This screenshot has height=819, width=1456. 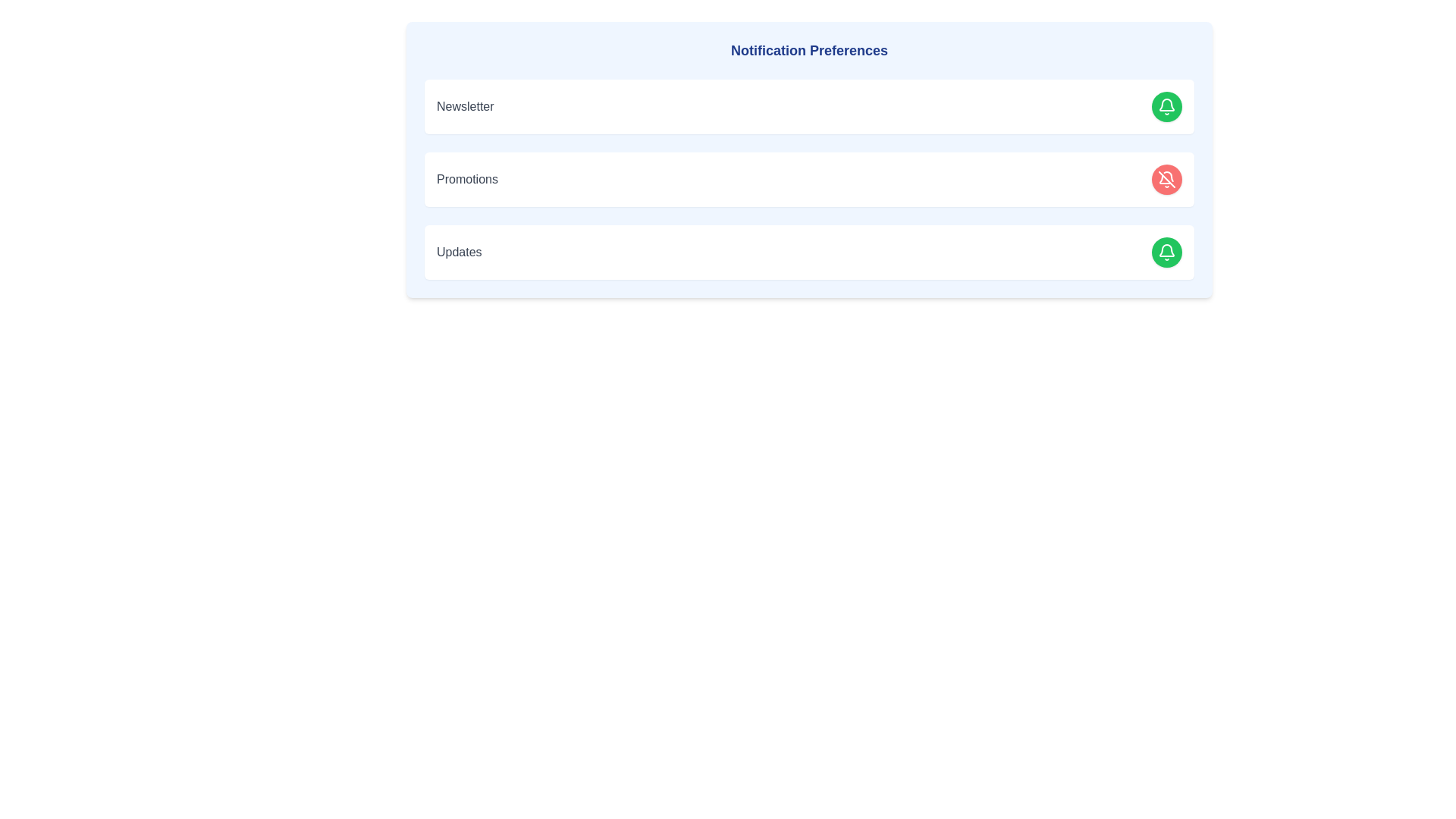 What do you see at coordinates (1166, 178) in the screenshot?
I see `the 'Promotions' toggle button to change its state` at bounding box center [1166, 178].